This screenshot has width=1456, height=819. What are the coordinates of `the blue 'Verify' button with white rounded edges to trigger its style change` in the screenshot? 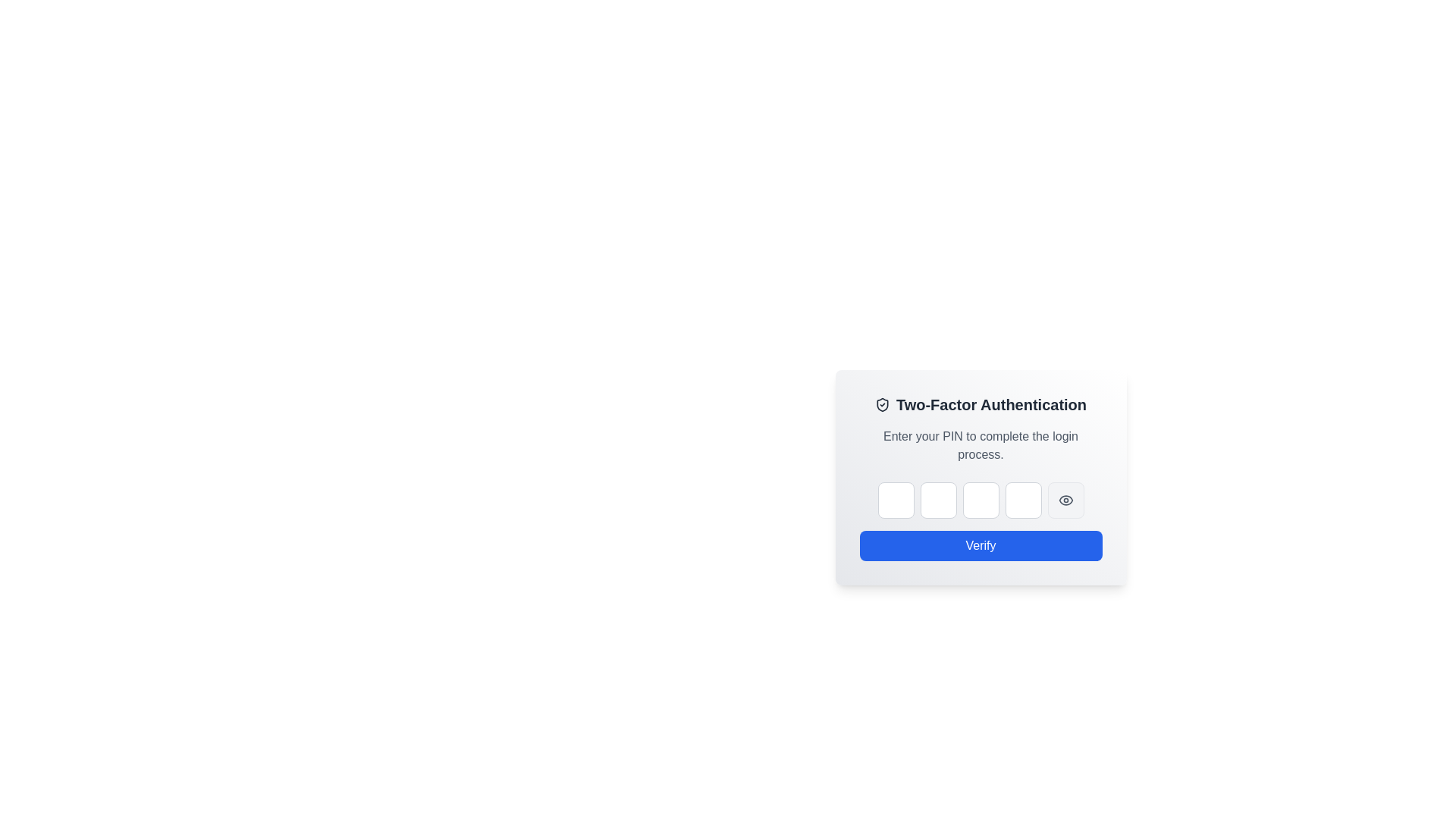 It's located at (981, 546).